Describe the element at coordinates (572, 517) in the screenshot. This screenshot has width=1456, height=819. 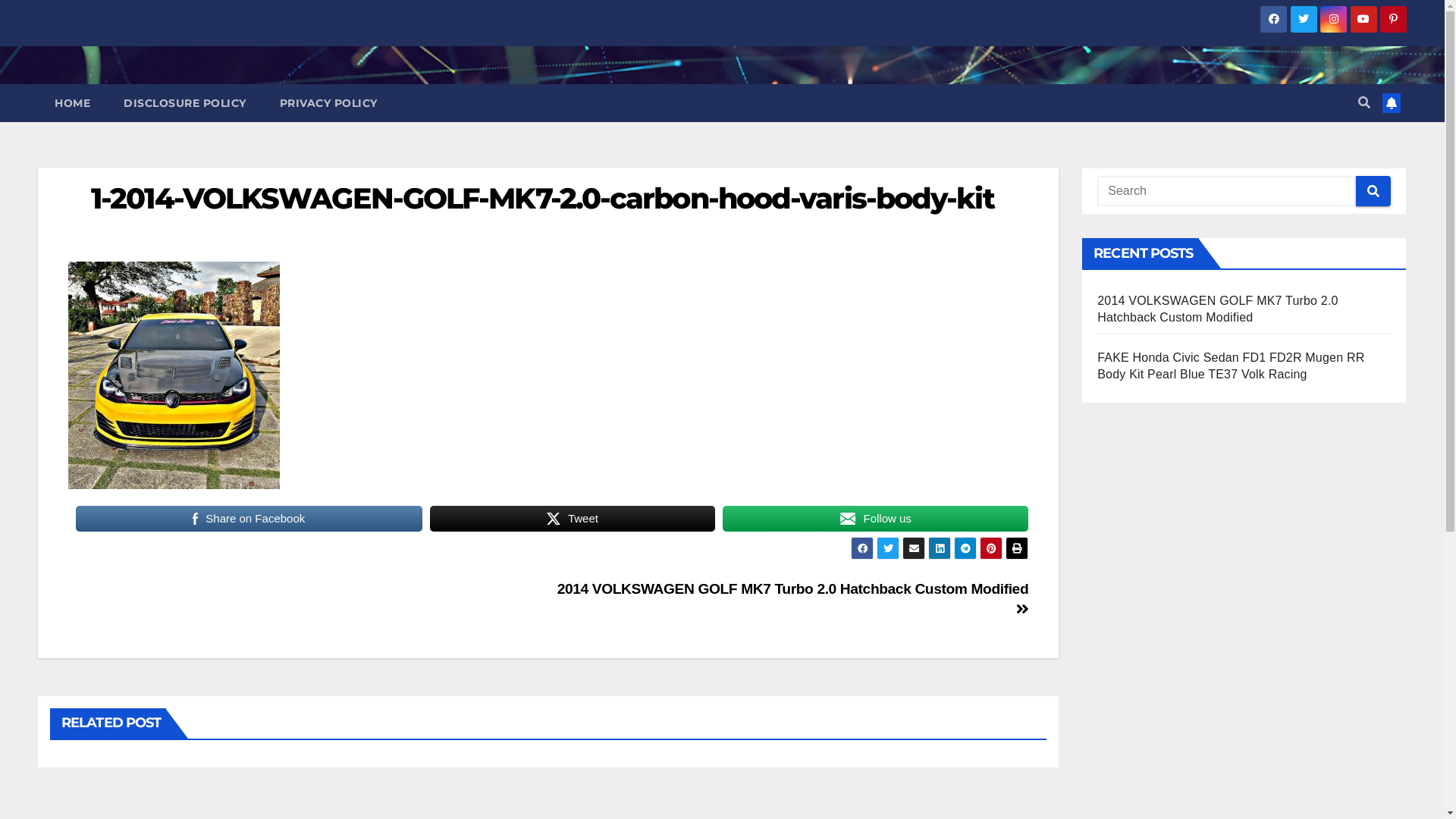
I see `'Tweet'` at that location.